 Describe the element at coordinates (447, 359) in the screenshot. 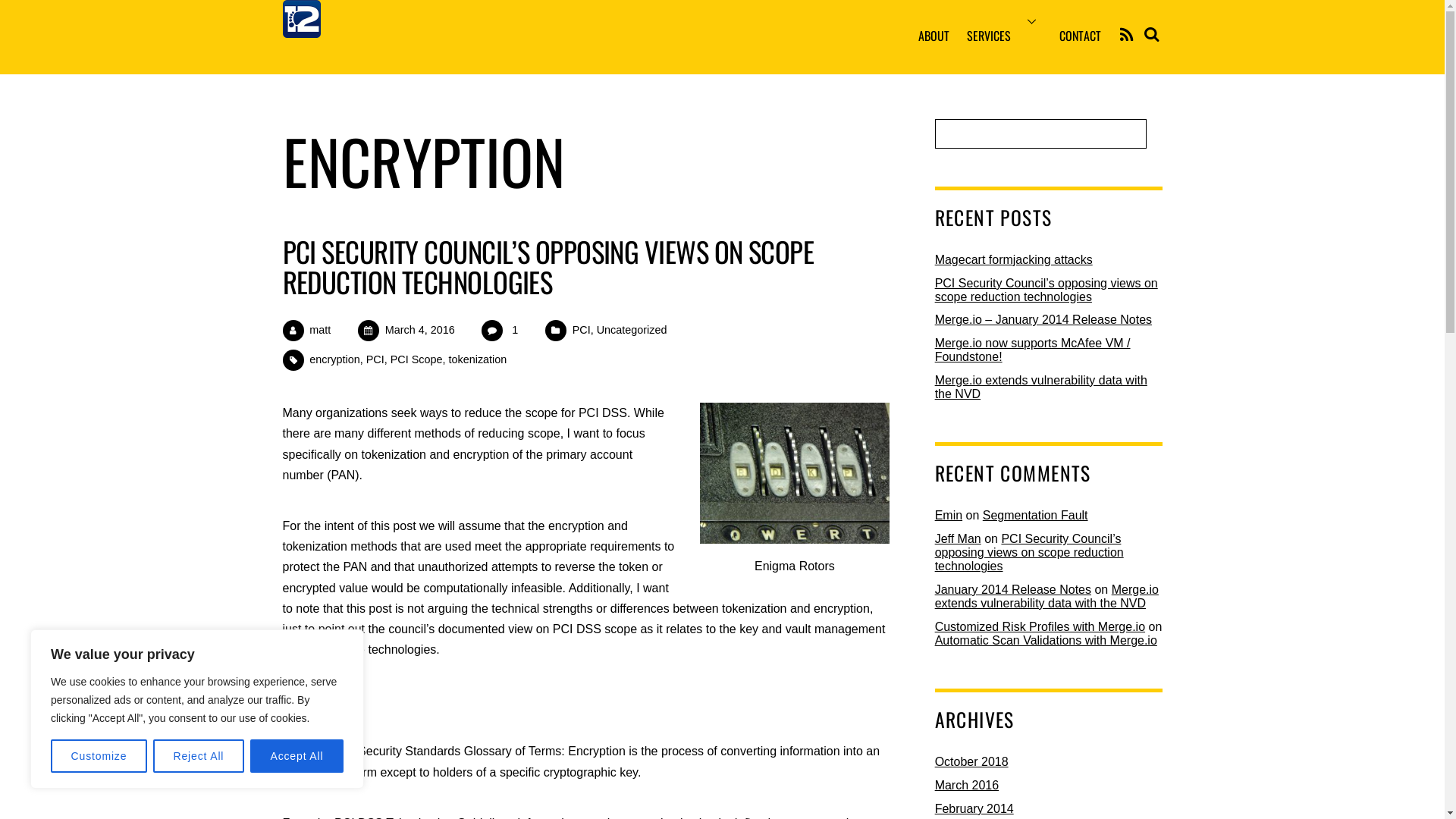

I see `'tokenization'` at that location.